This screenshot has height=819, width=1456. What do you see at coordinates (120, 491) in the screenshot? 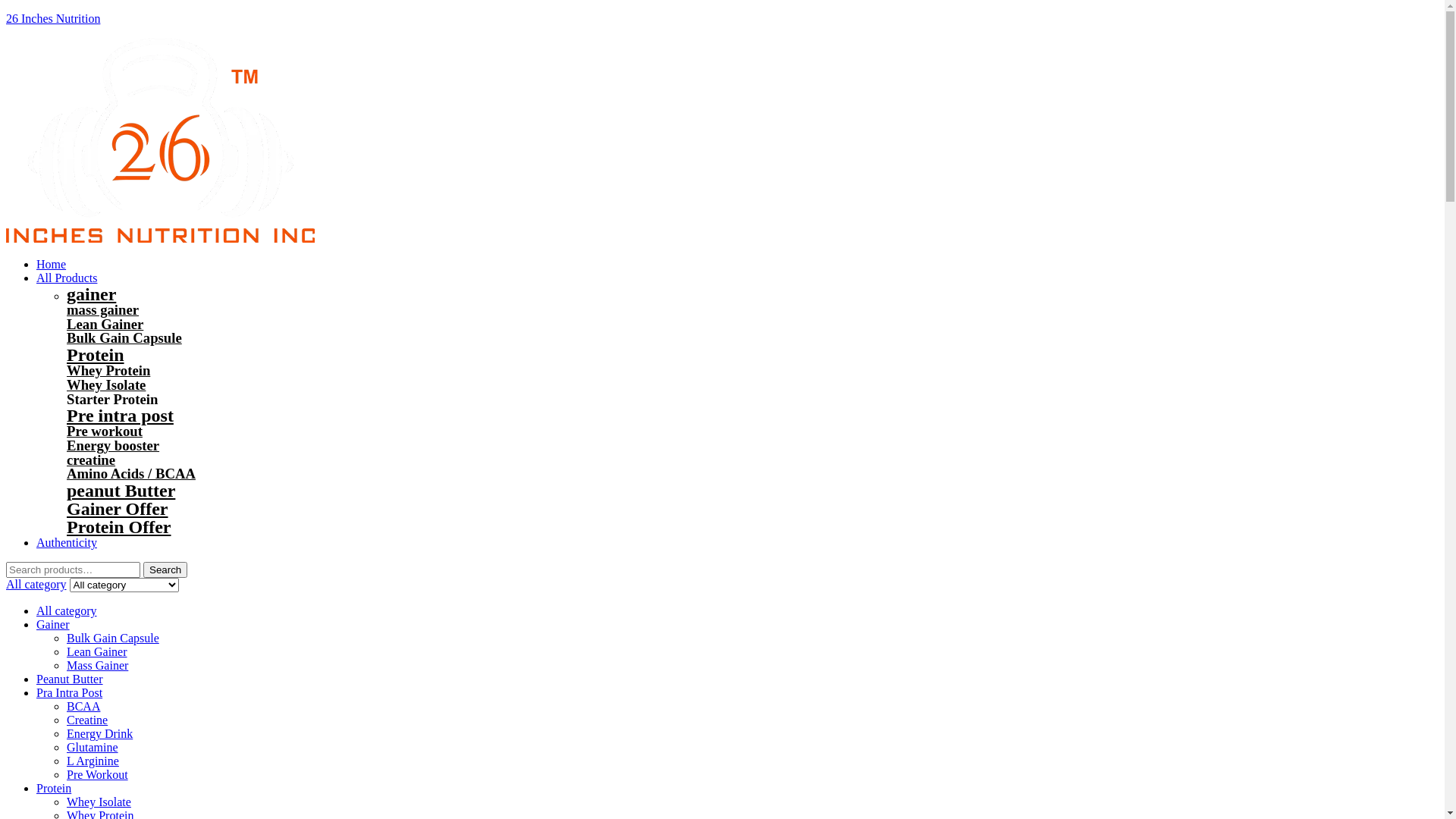
I see `'peanut Butter'` at bounding box center [120, 491].